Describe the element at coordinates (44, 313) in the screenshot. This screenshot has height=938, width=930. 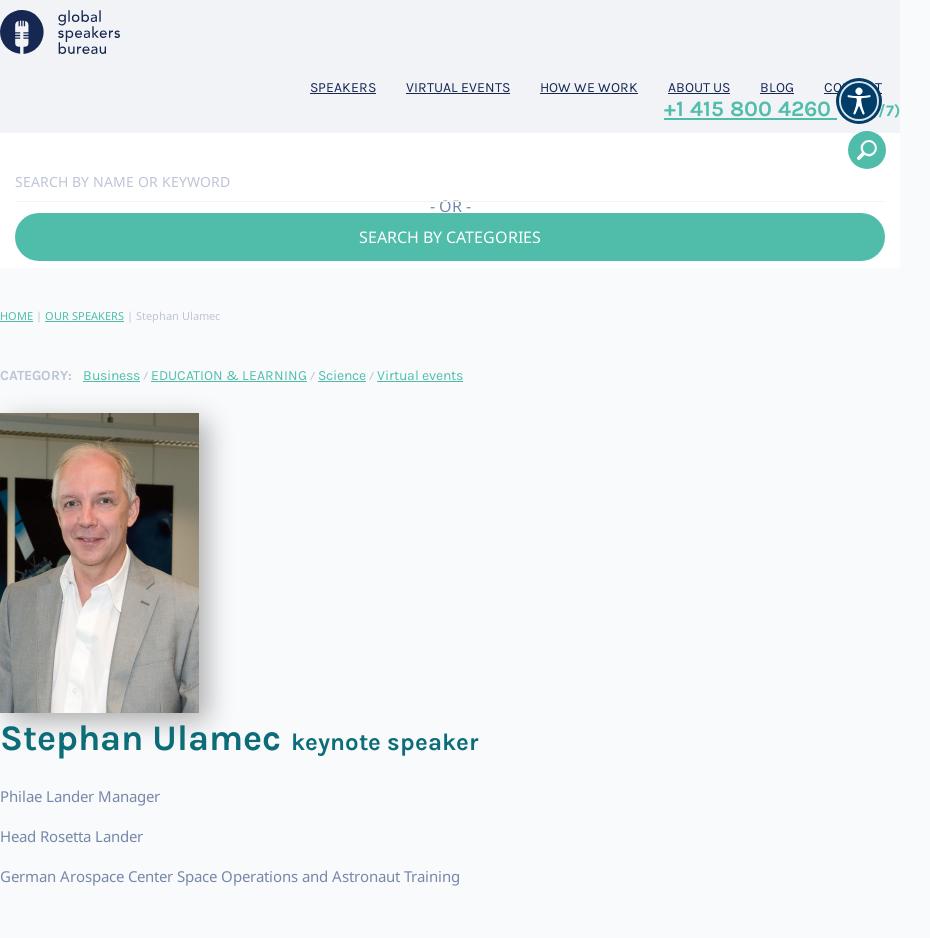
I see `'OUR SPEAKERS'` at that location.